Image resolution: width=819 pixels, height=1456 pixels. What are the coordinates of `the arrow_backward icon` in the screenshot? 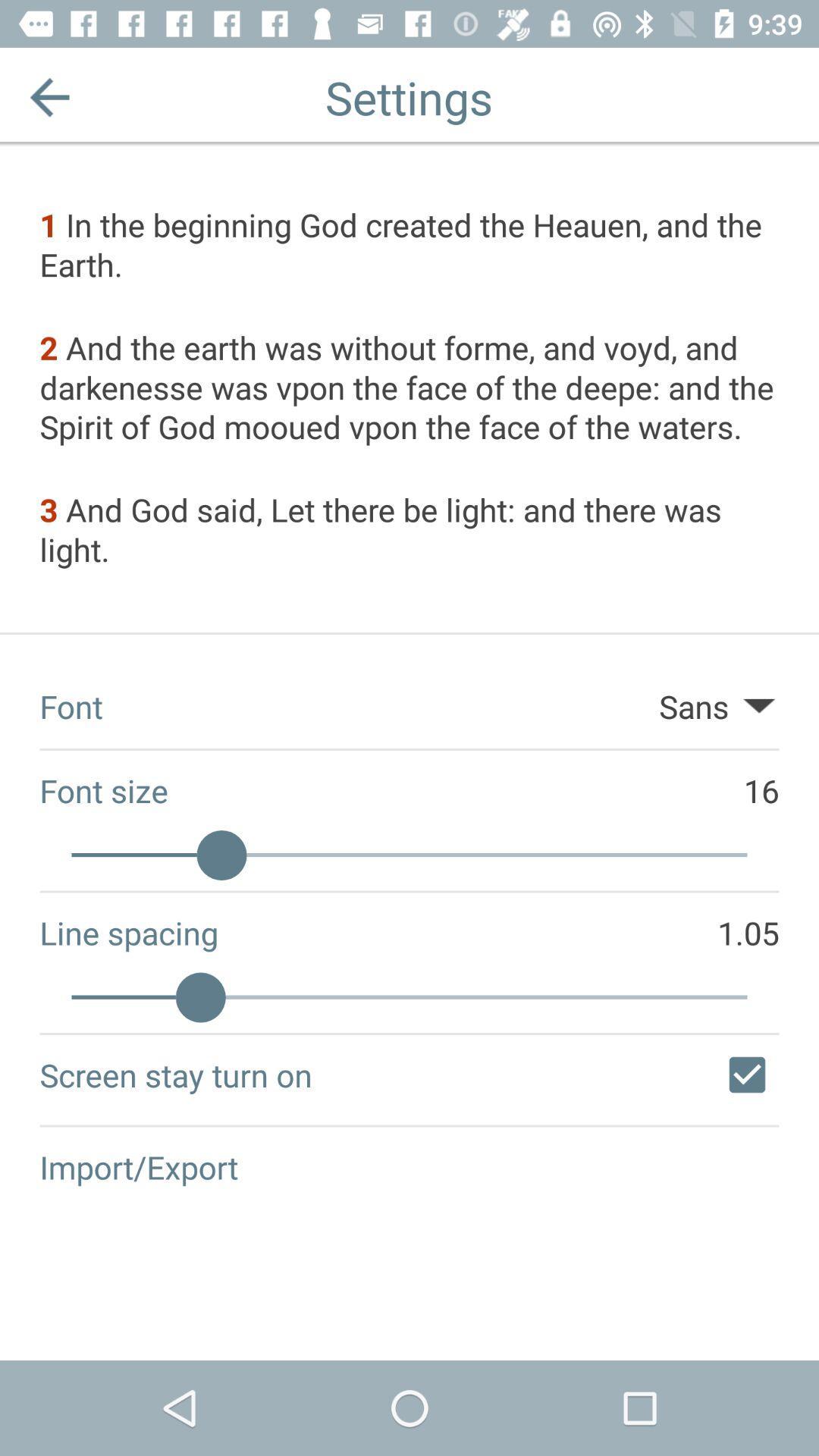 It's located at (49, 96).